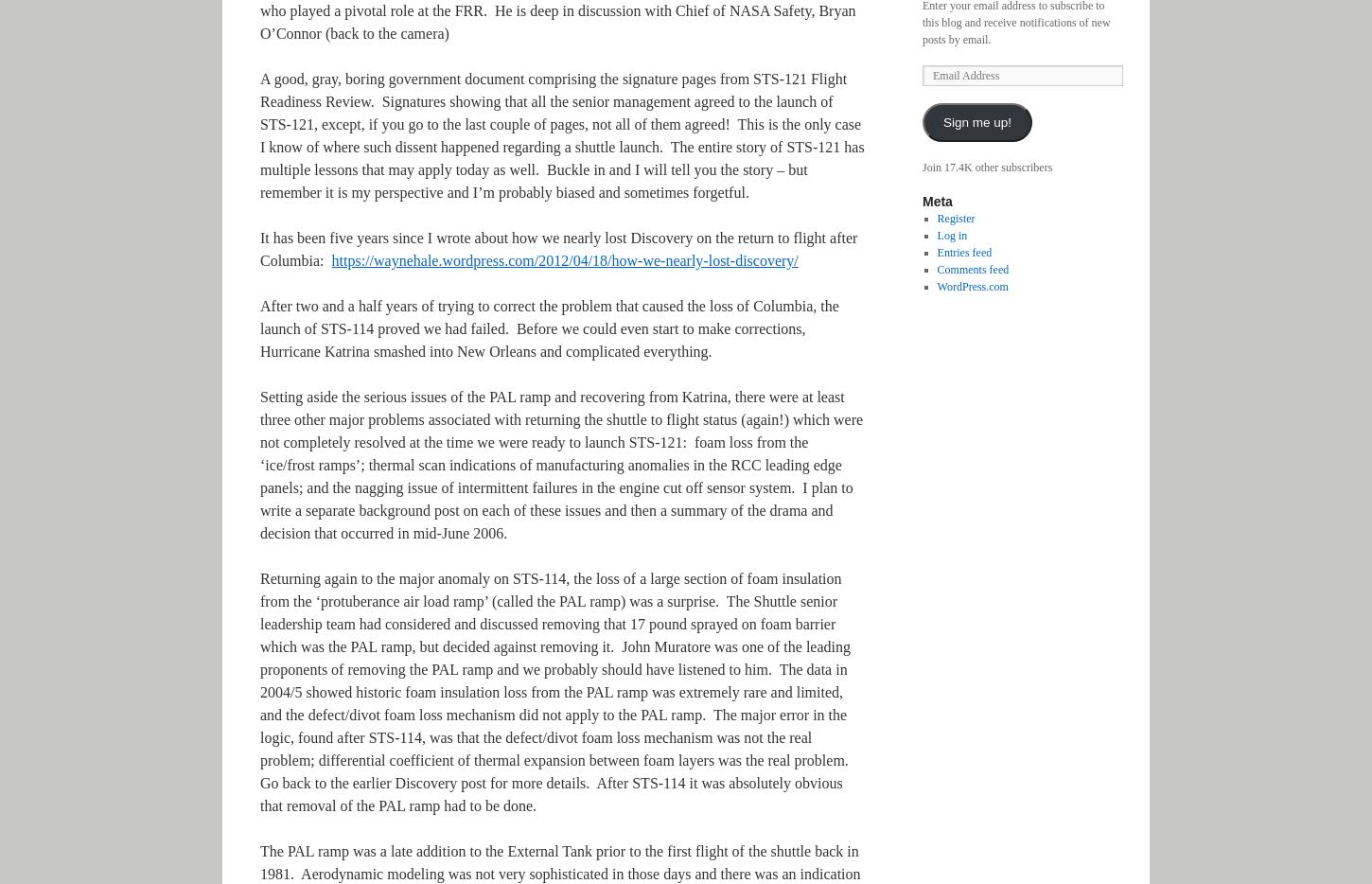 The image size is (1372, 884). I want to click on 'After two and a half years of trying to correct the problem that caused the loss of Columbia, the launch of STS-114 proved we had failed.  Before we could even start to make corrections, Hurricane Katrina smashed into New Orleans and complicated everything.', so click(549, 328).